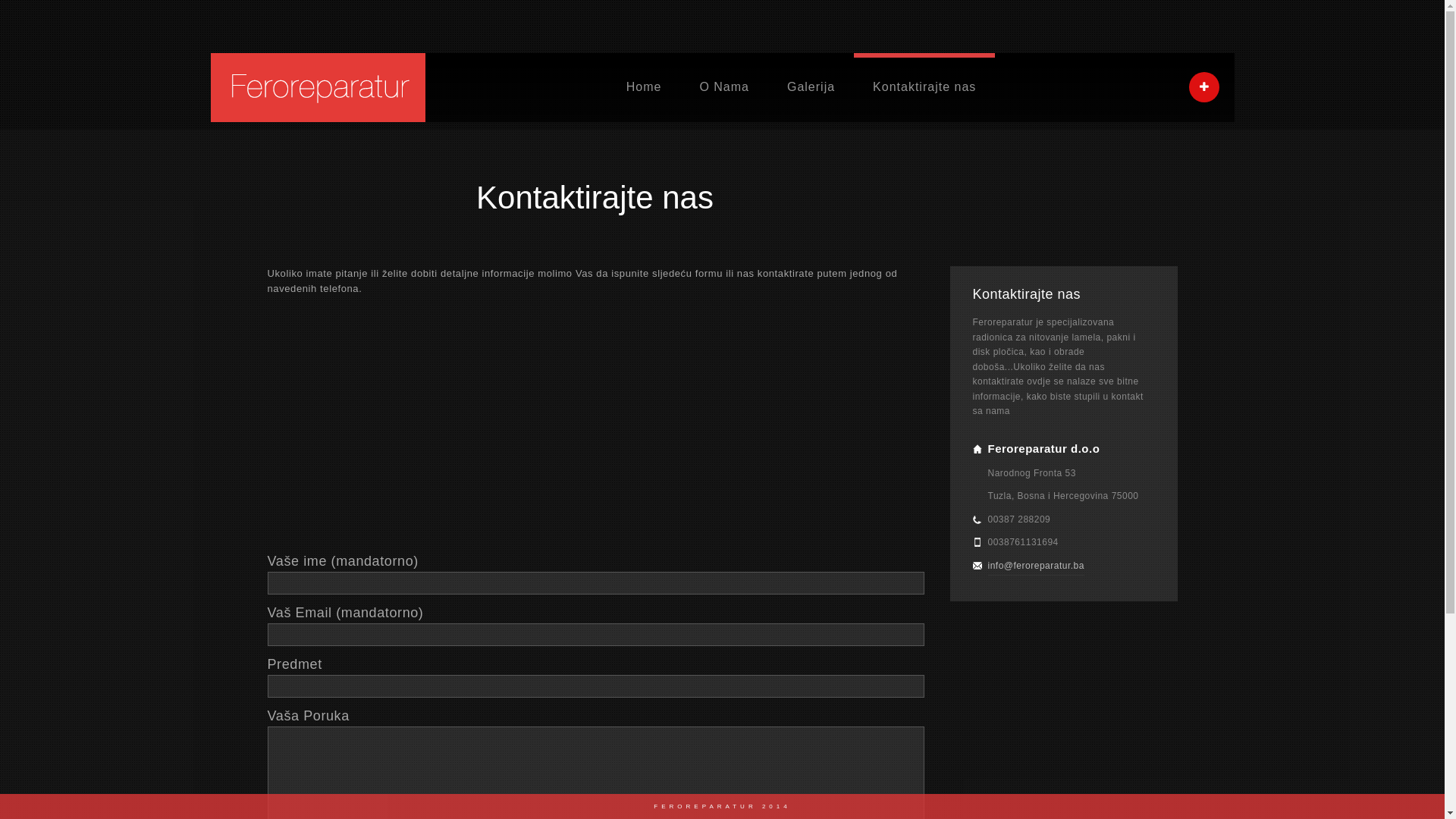  Describe the element at coordinates (1034, 566) in the screenshot. I see `'info@feroreparatur.ba'` at that location.